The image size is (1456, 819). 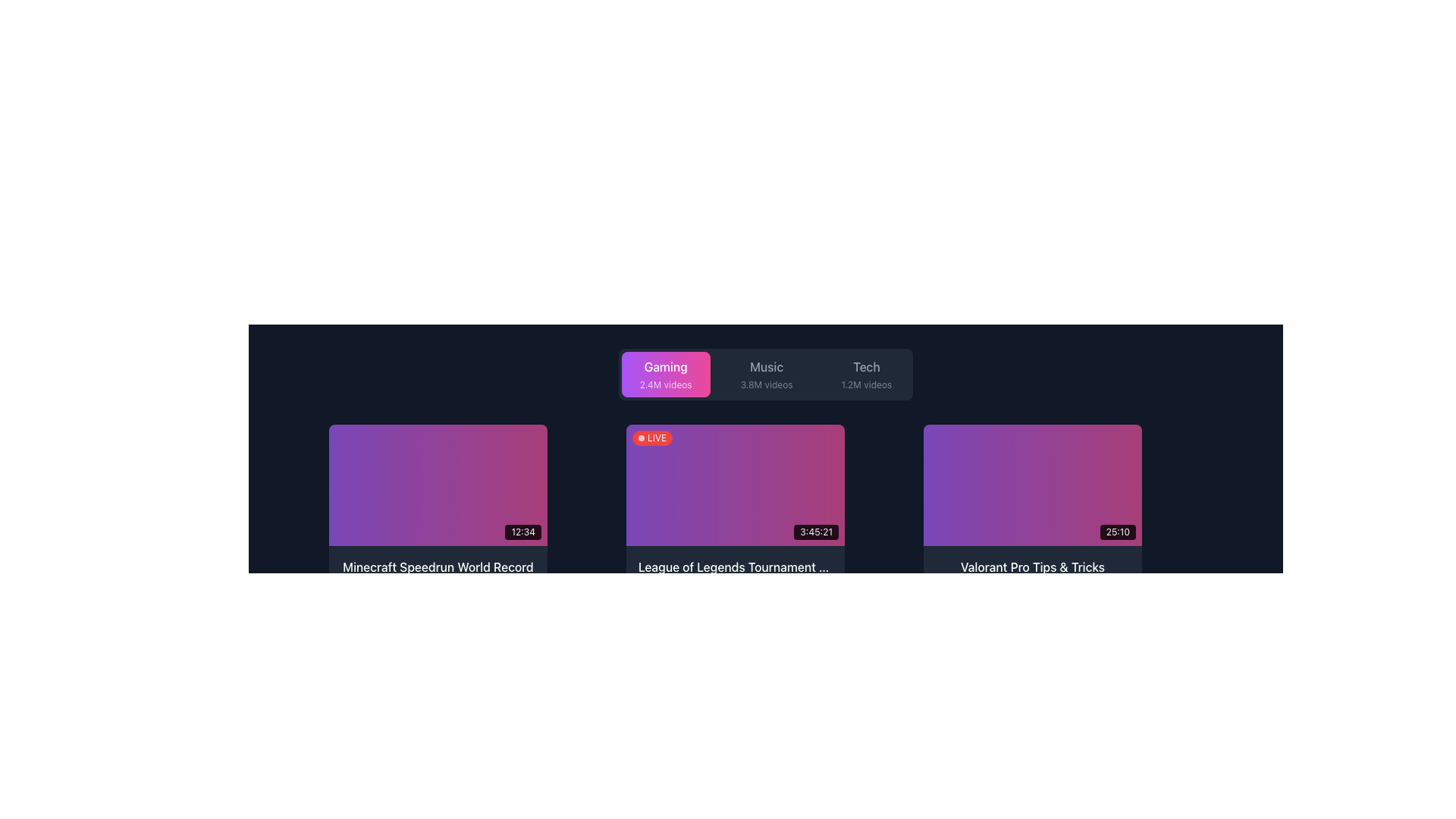 What do you see at coordinates (1032, 567) in the screenshot?
I see `the static text label that displays the title or description of a video, located at the bottom-center of the video card` at bounding box center [1032, 567].